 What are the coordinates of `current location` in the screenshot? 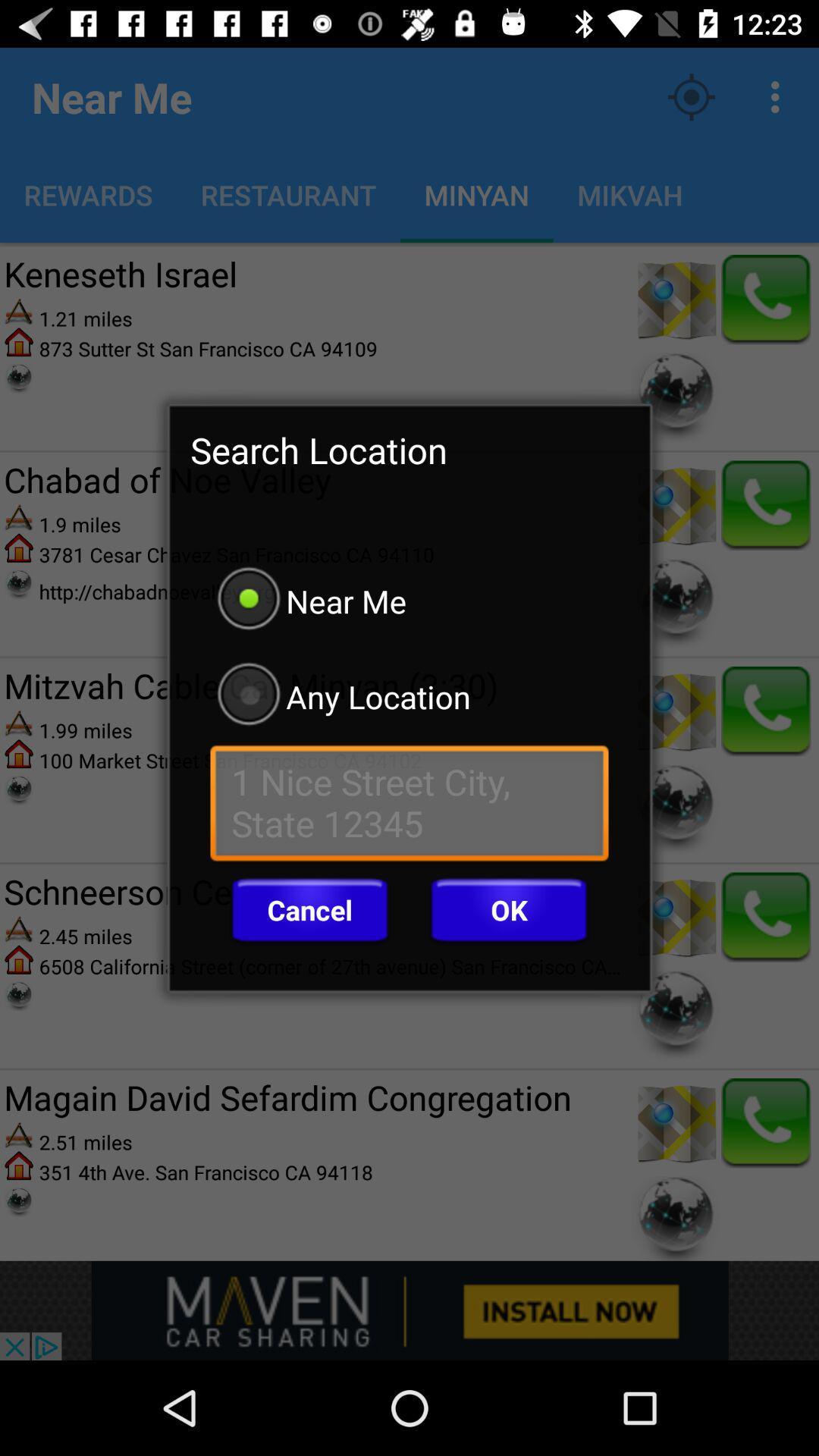 It's located at (409, 806).